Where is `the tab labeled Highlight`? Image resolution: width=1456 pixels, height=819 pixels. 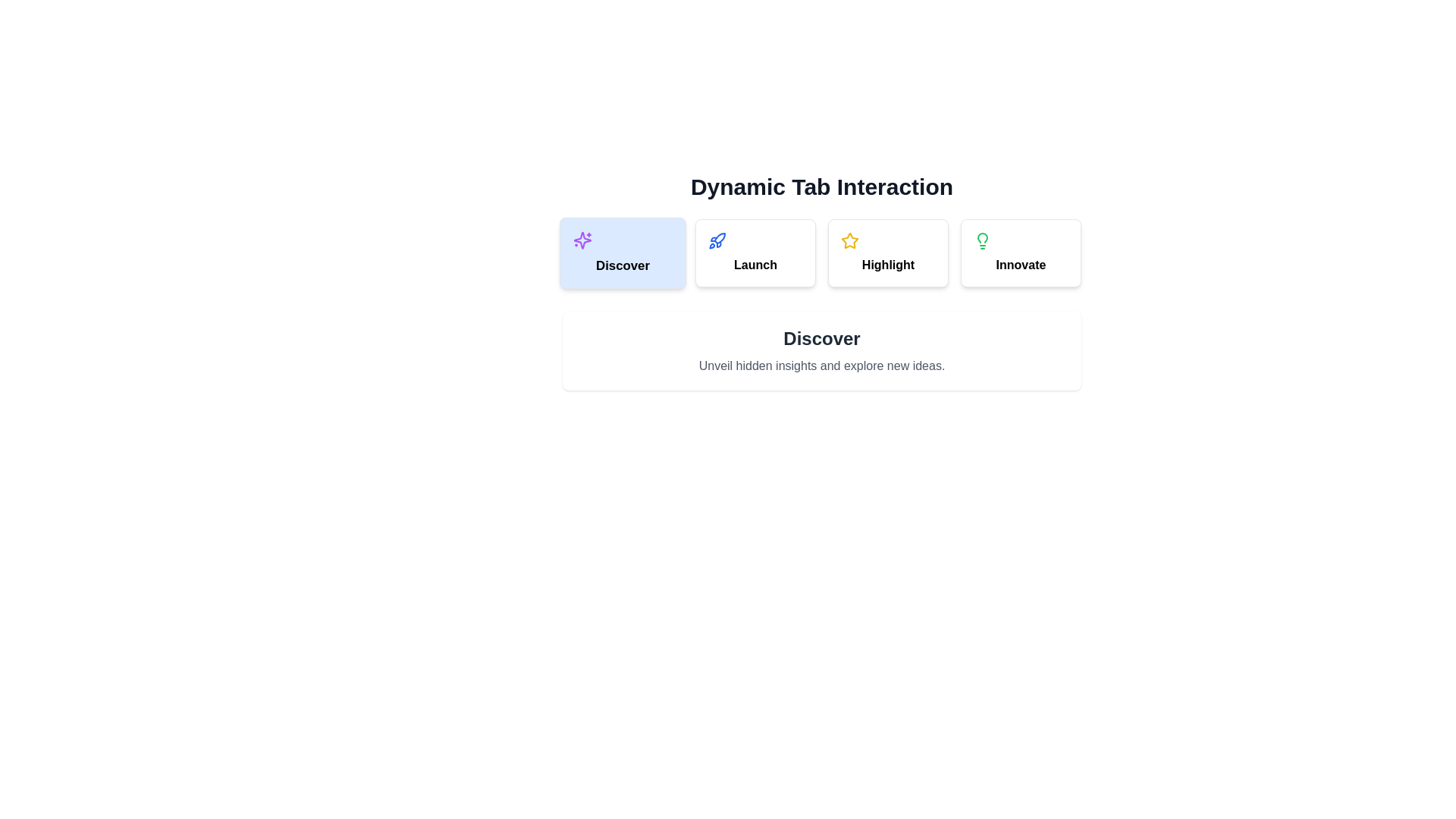
the tab labeled Highlight is located at coordinates (888, 253).